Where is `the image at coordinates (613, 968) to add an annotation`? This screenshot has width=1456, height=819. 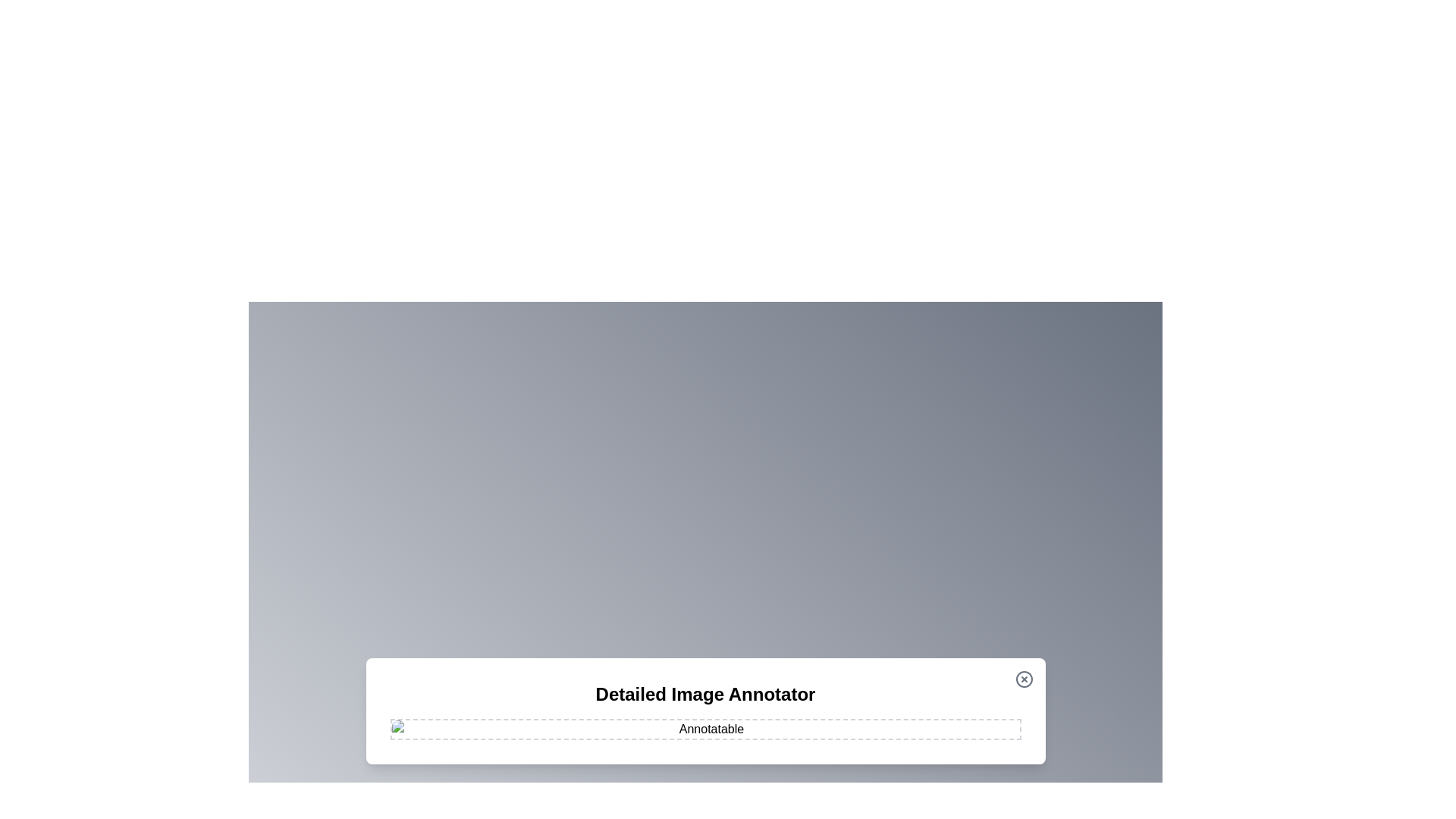
the image at coordinates (613, 968) to add an annotation is located at coordinates (464, 733).